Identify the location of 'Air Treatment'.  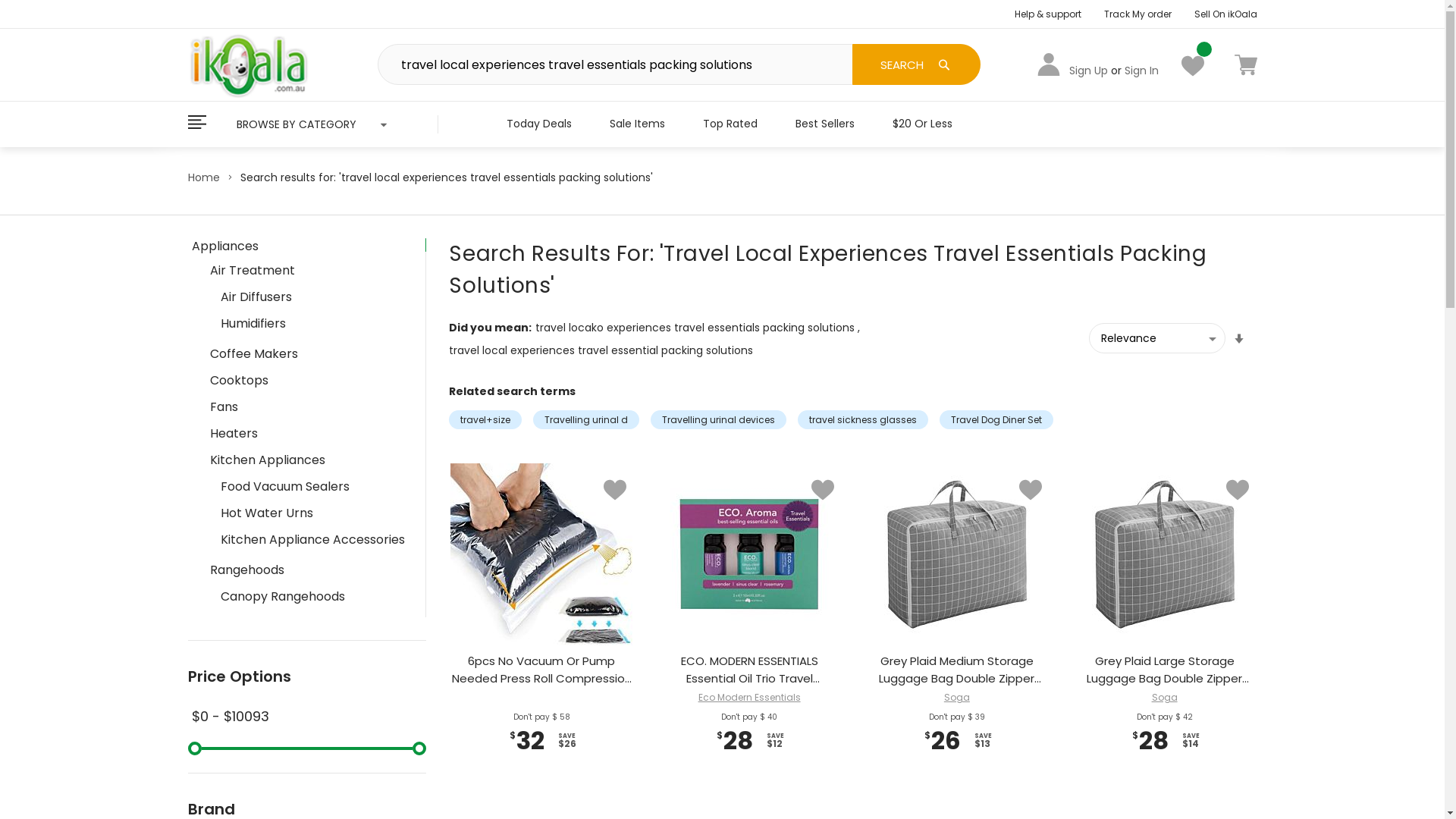
(309, 268).